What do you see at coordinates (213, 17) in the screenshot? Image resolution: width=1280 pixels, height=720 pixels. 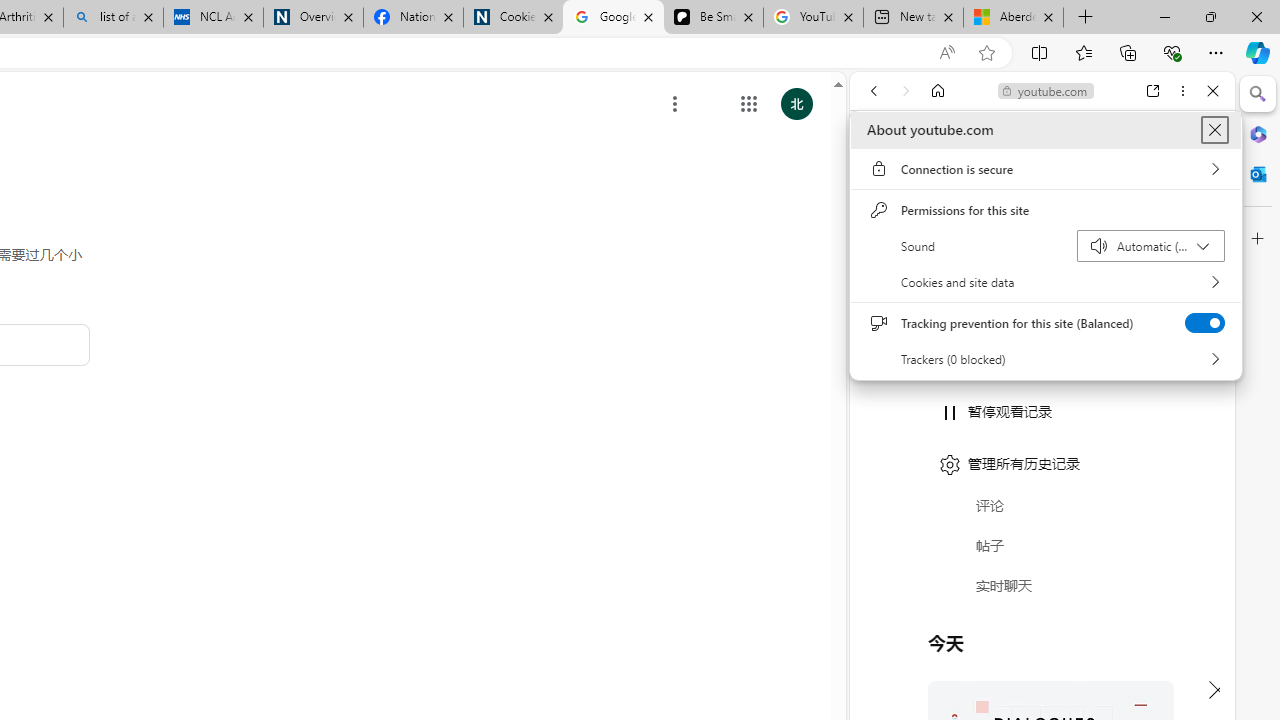 I see `'NCL Adult Asthma Inhaler Choice Guideline'` at bounding box center [213, 17].